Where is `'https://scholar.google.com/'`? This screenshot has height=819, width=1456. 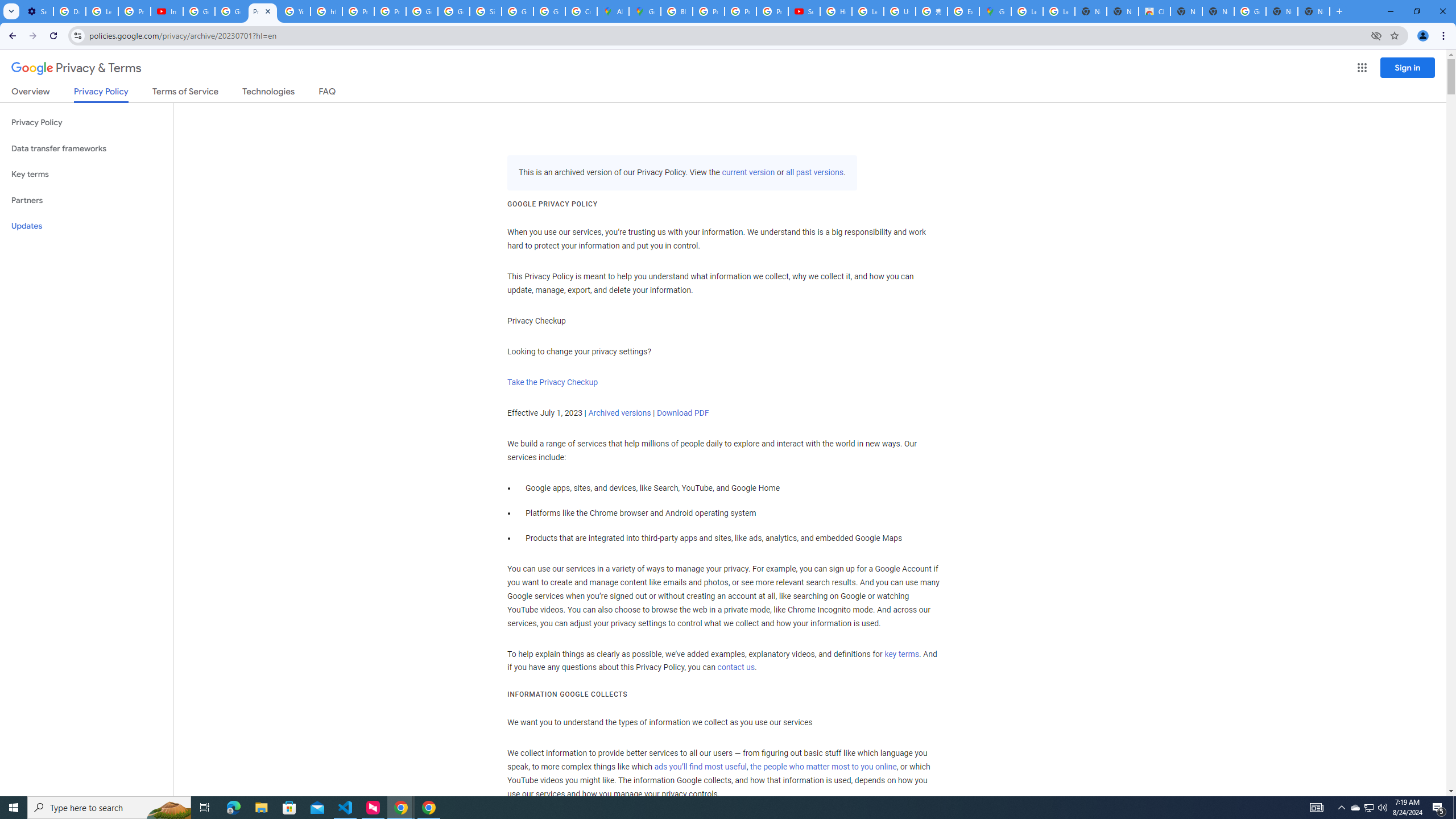
'https://scholar.google.com/' is located at coordinates (326, 11).